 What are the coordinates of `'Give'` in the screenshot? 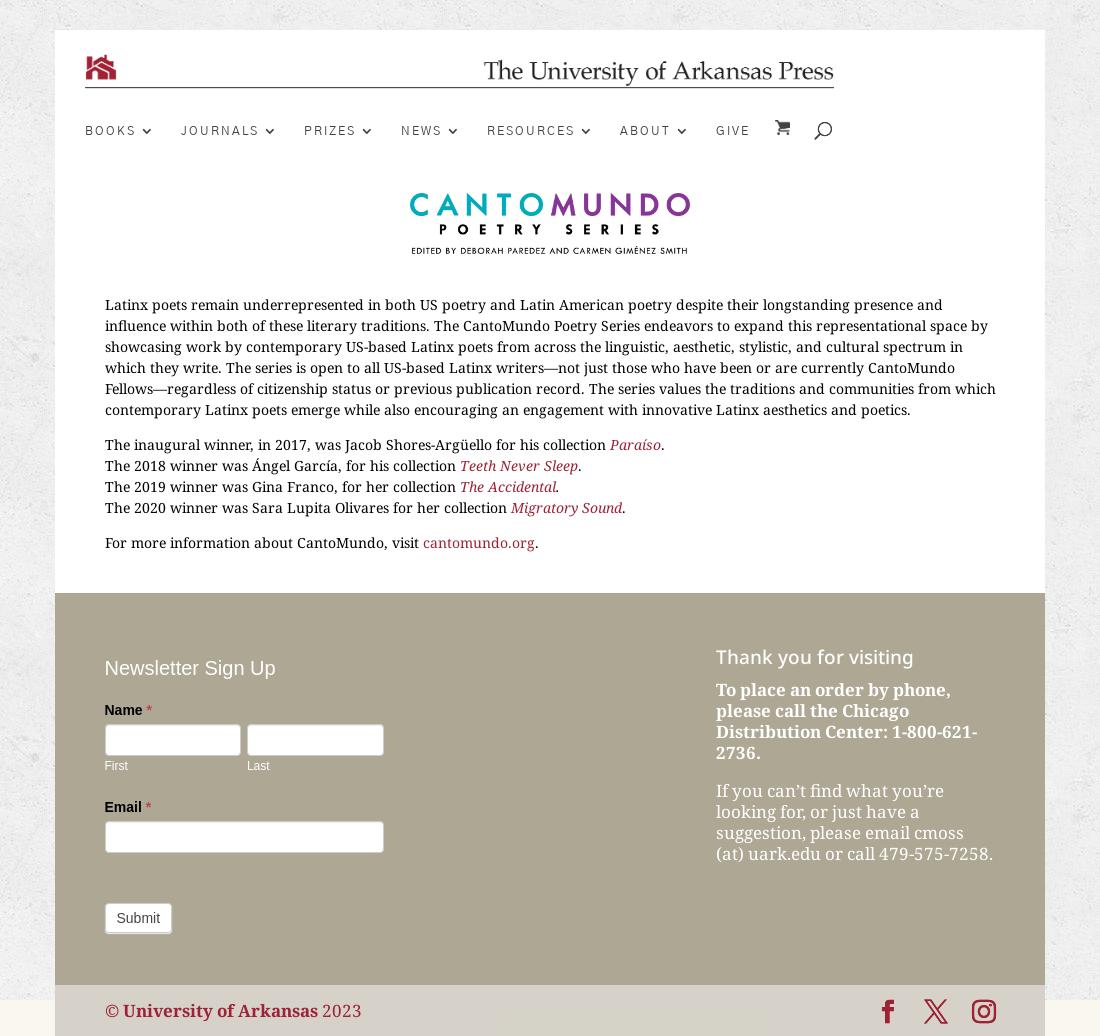 It's located at (732, 130).